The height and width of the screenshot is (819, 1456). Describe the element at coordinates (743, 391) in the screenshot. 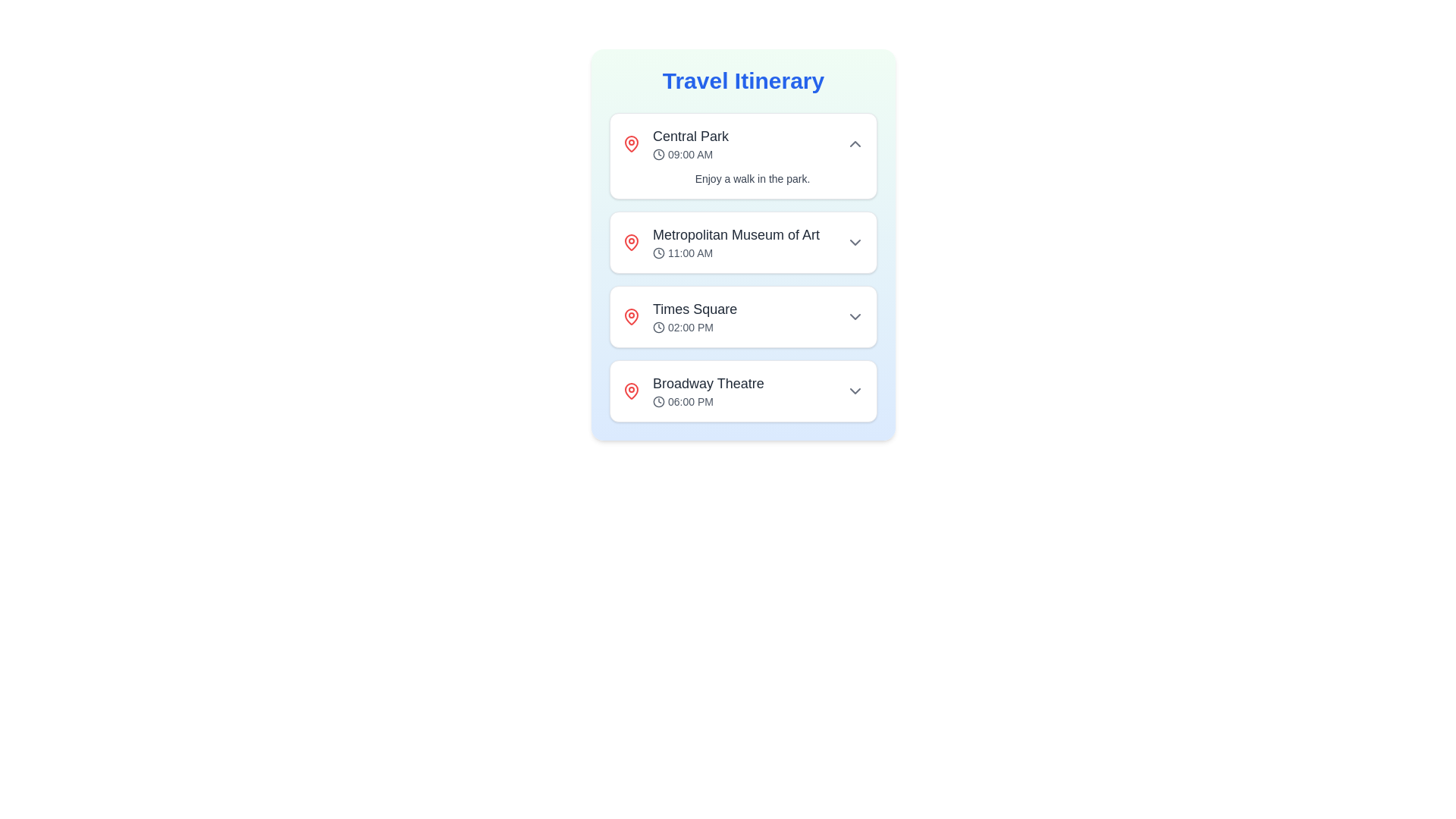

I see `the composite UI element that displays the name and time of an event or location in the travel itinerary` at that location.